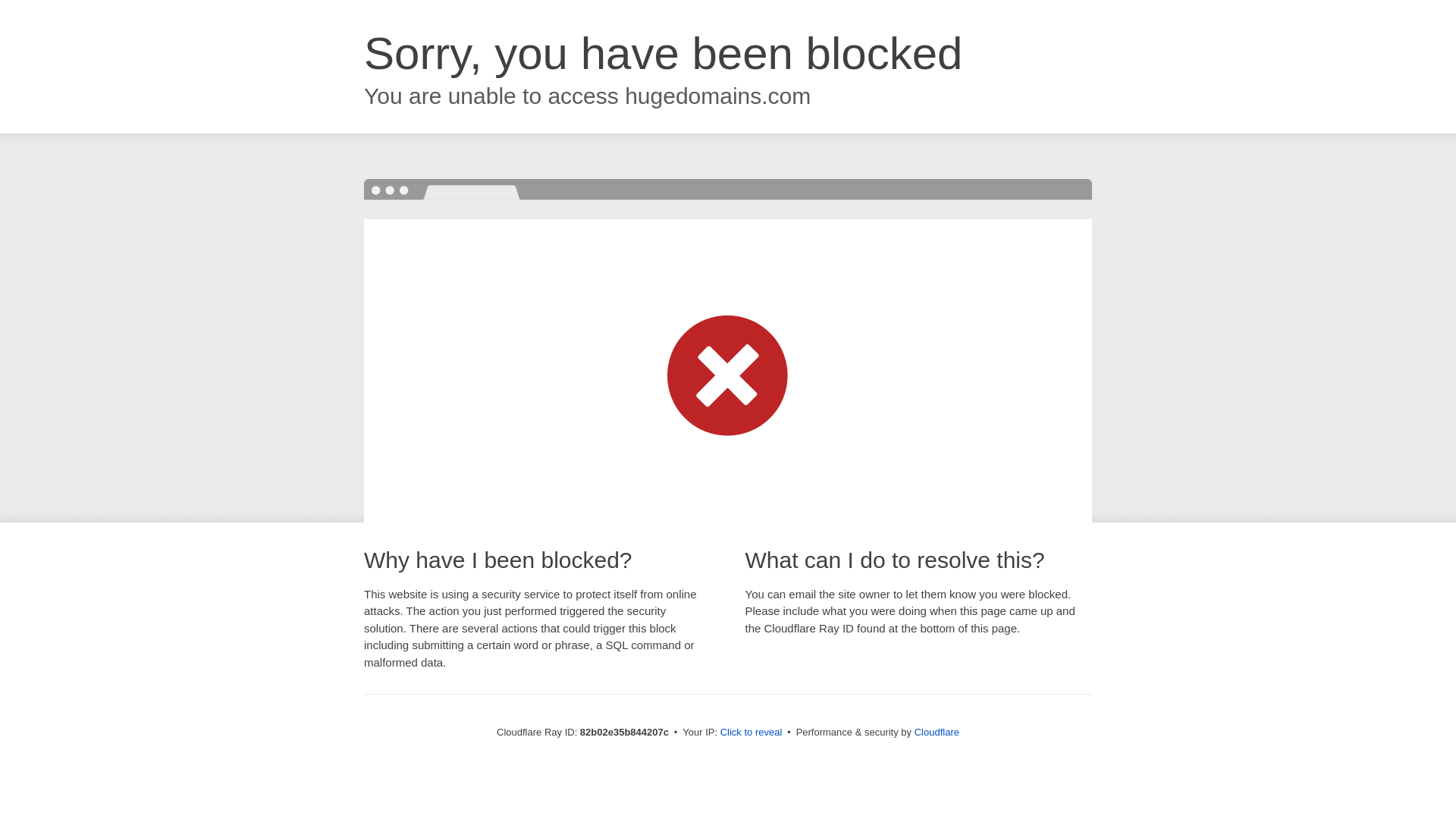 The image size is (1456, 819). I want to click on 'Cloudflare', so click(936, 731).